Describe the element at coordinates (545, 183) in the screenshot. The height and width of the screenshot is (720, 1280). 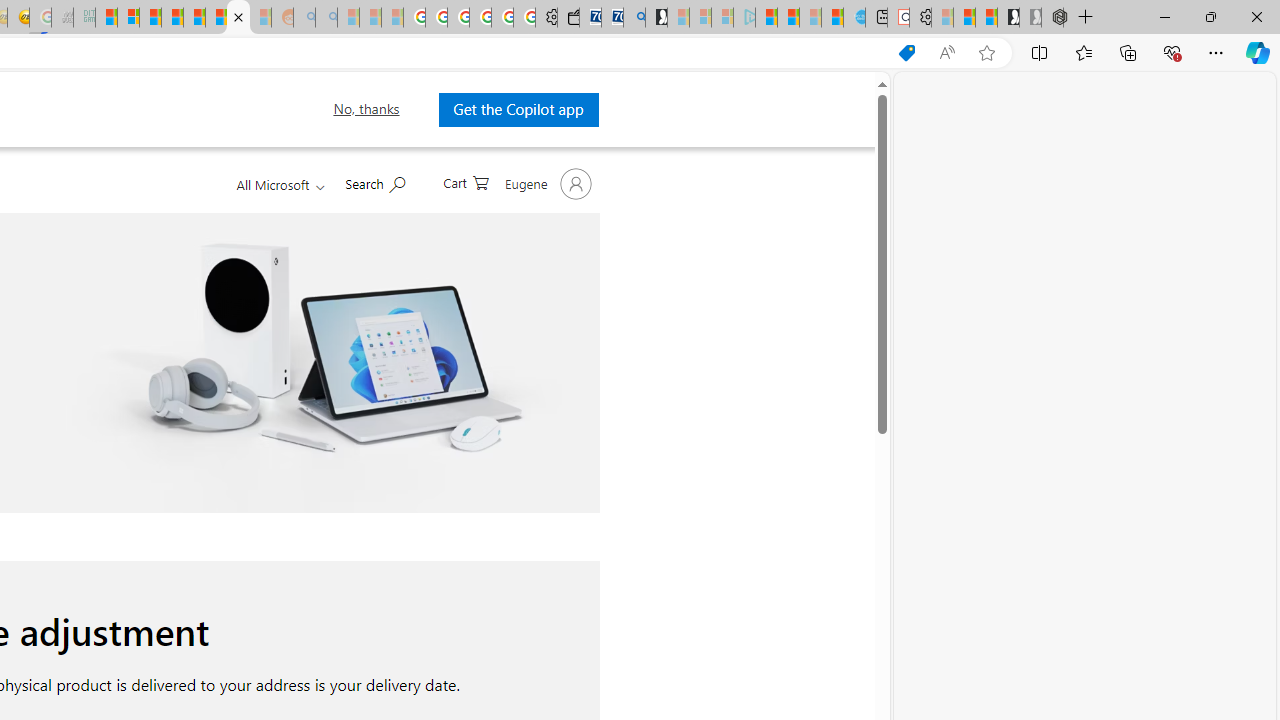
I see `'Account manager for Eugene'` at that location.